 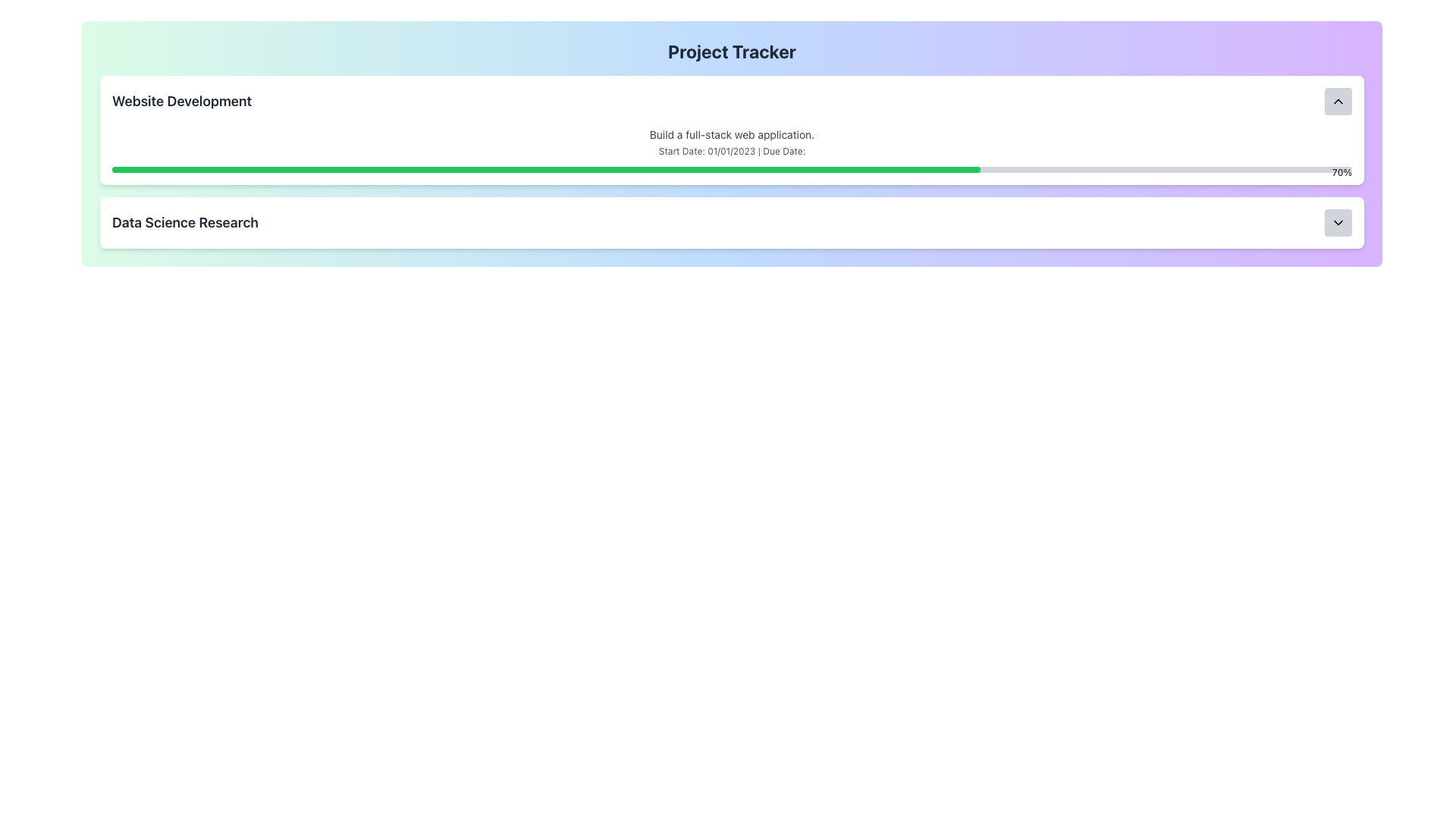 What do you see at coordinates (1338, 102) in the screenshot?
I see `the upward-pointing chevron icon located in the upper-right corner of the 'Website Development' section, which is nested within a rounded rectangular button with a gray background` at bounding box center [1338, 102].